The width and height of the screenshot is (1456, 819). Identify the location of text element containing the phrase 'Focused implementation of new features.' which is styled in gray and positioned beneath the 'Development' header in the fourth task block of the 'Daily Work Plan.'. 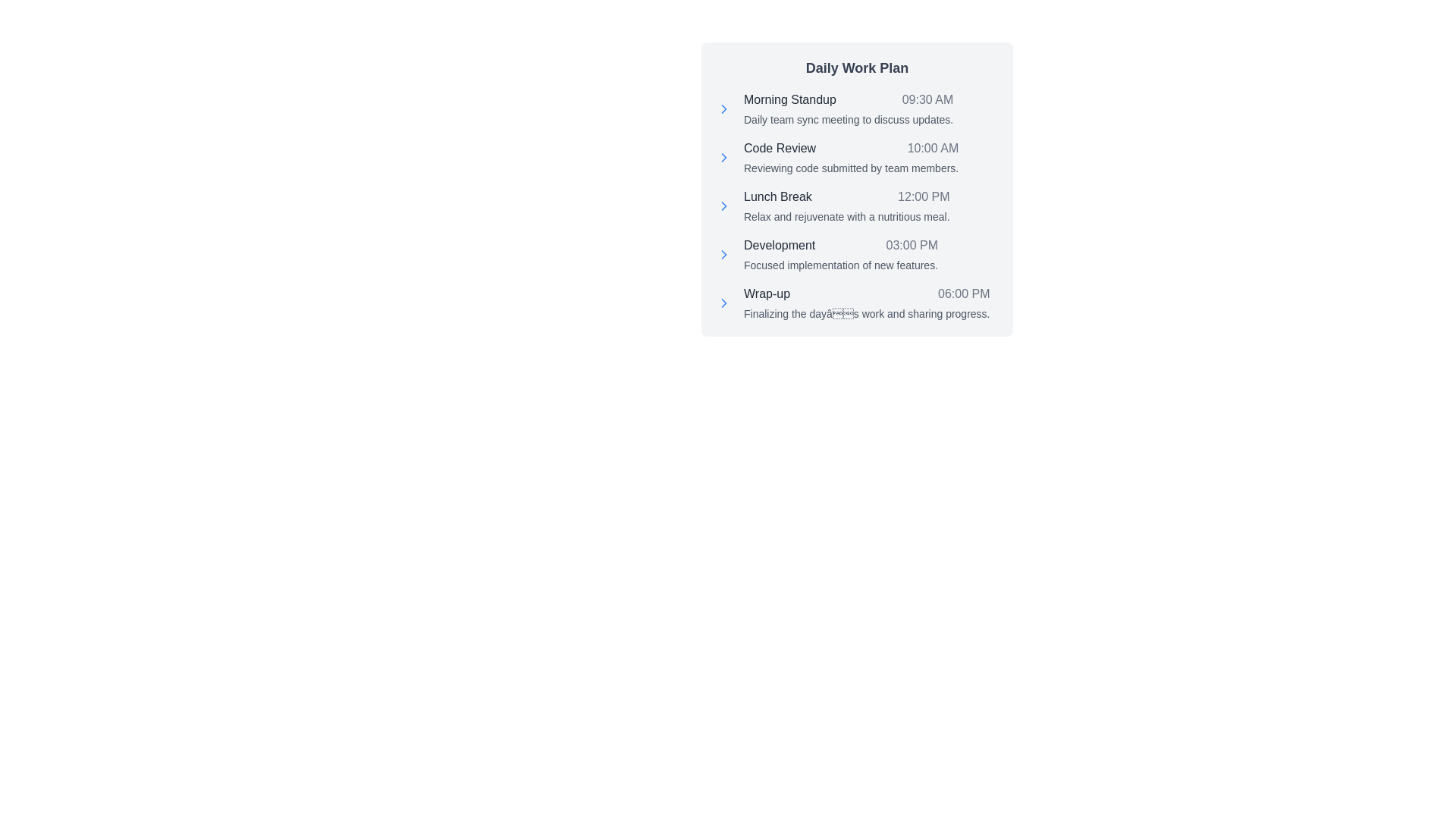
(839, 265).